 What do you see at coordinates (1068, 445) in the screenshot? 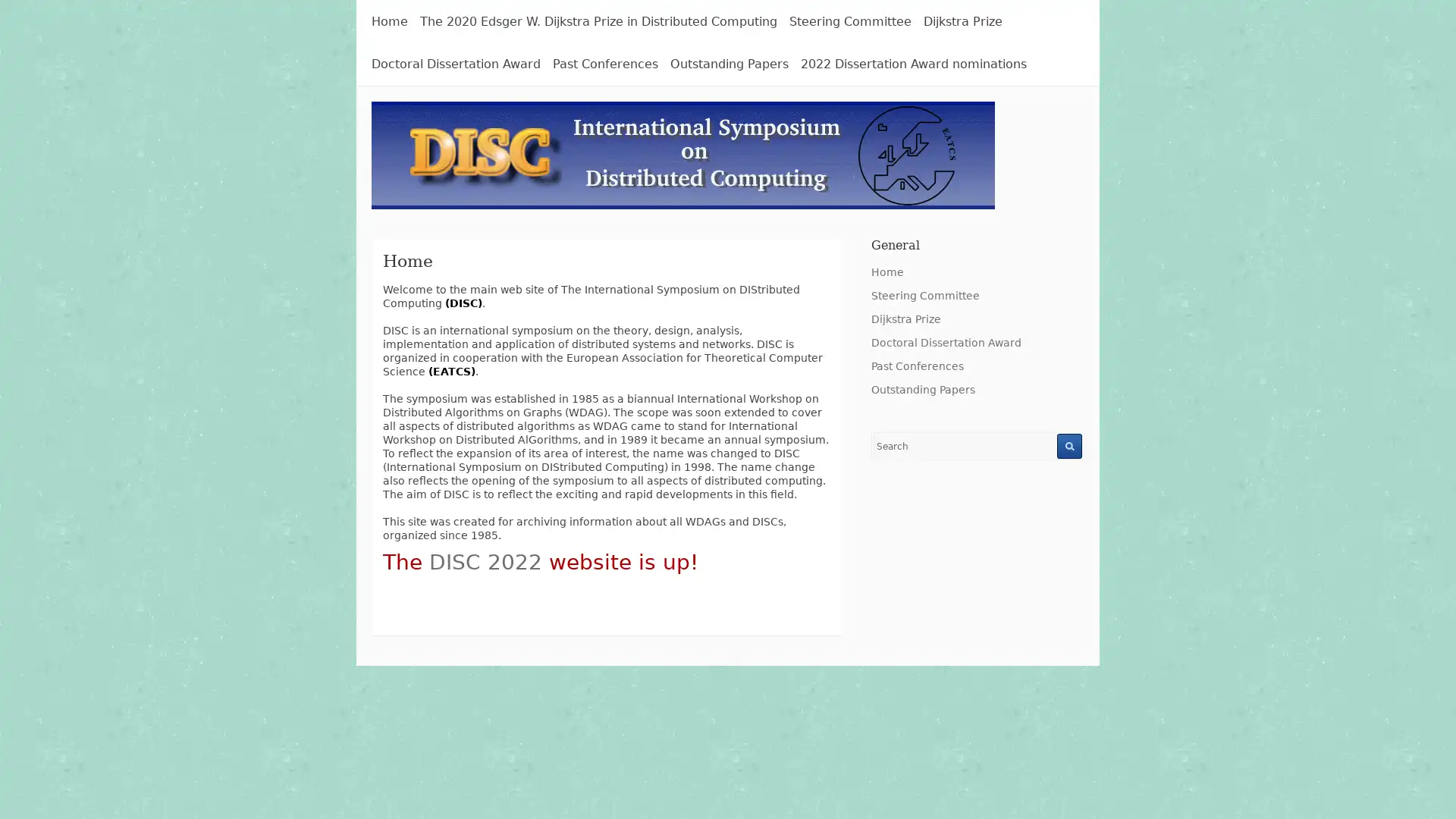
I see `Search` at bounding box center [1068, 445].